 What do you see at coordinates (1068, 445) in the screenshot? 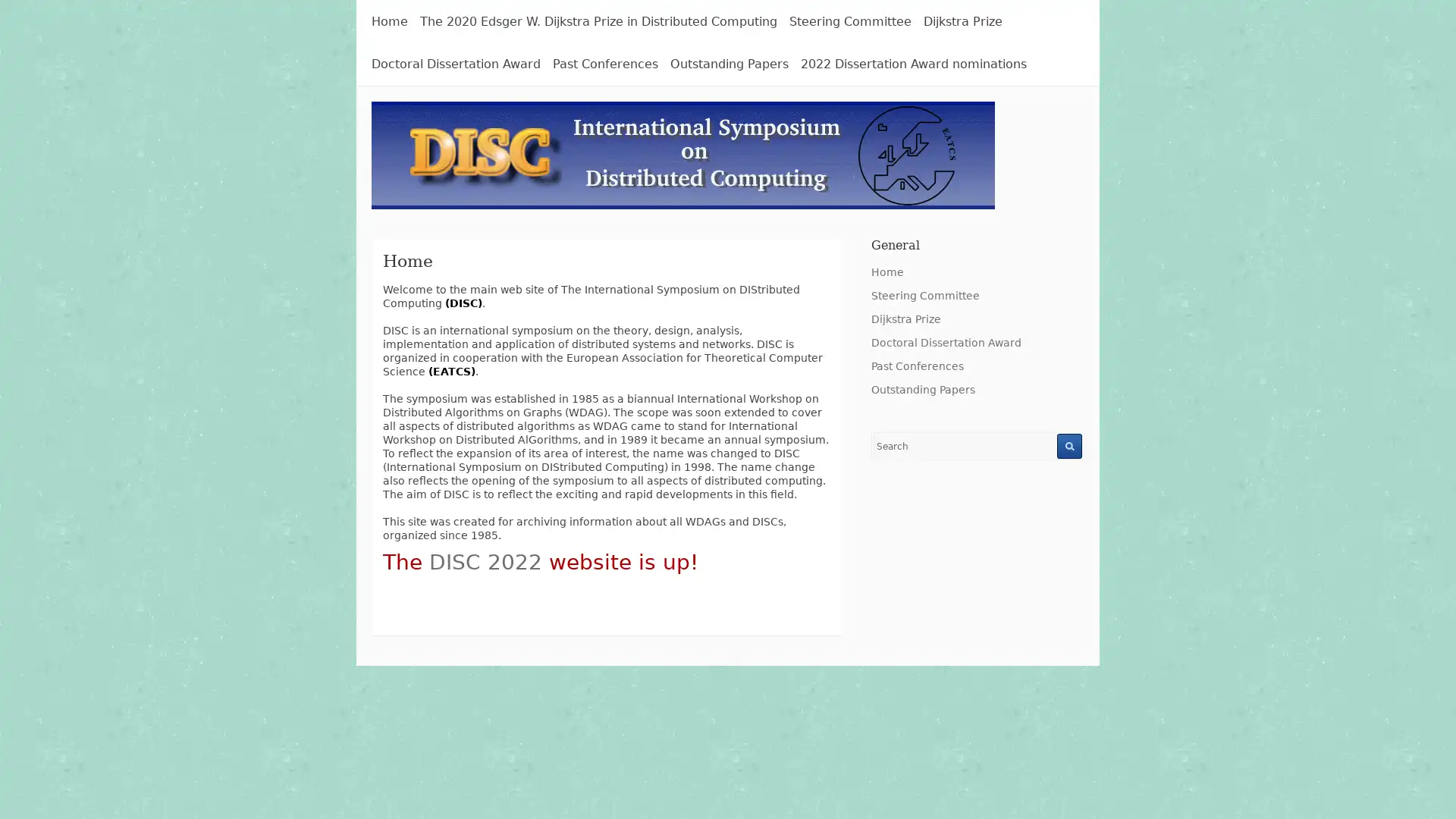
I see `Search` at bounding box center [1068, 445].